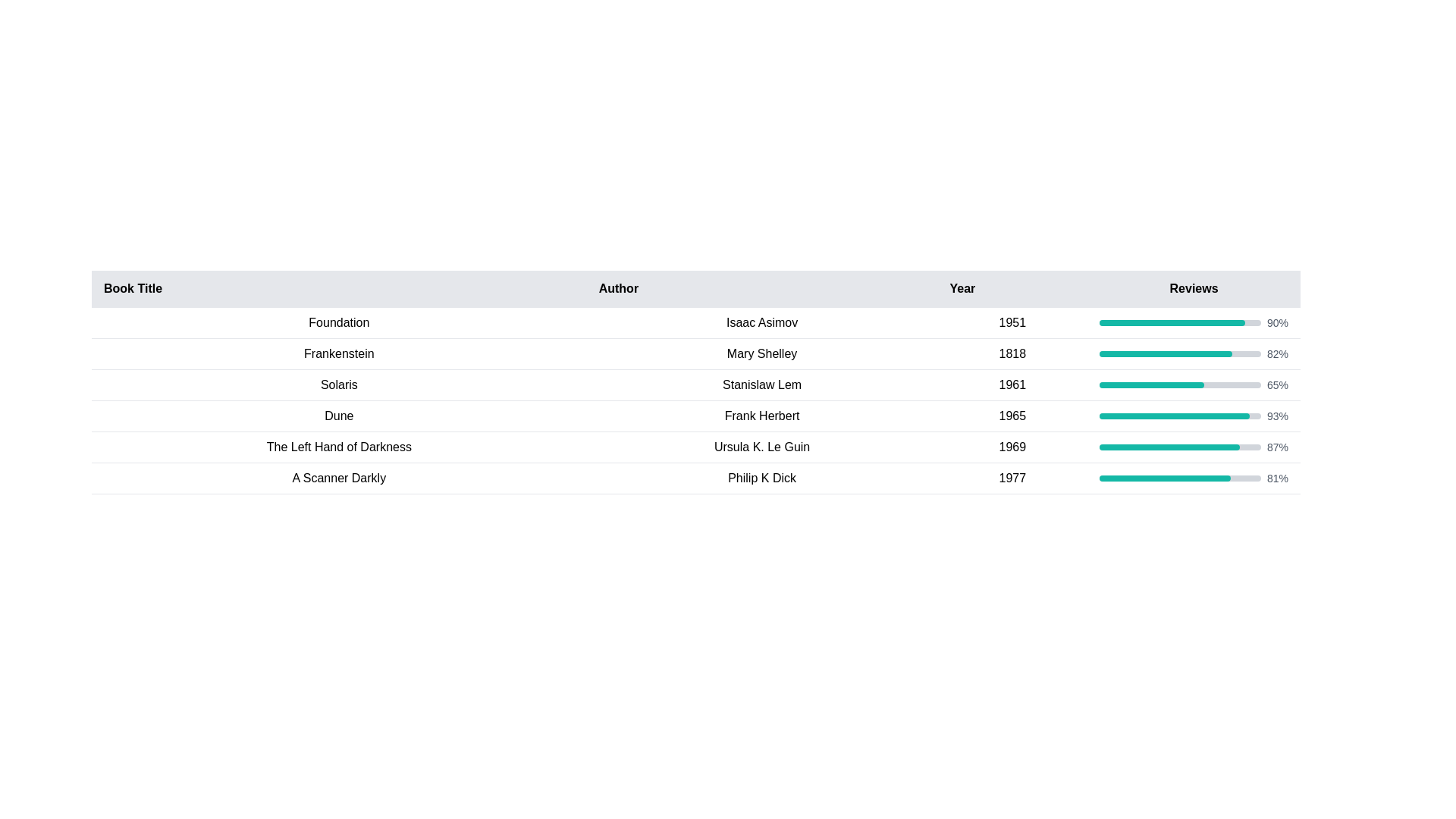 The image size is (1456, 819). Describe the element at coordinates (1179, 353) in the screenshot. I see `the progress bar in the 'Reviews' column aligned with the book 'Frankenstein', which is filled to approximately 82% and has a teal overlay` at that location.